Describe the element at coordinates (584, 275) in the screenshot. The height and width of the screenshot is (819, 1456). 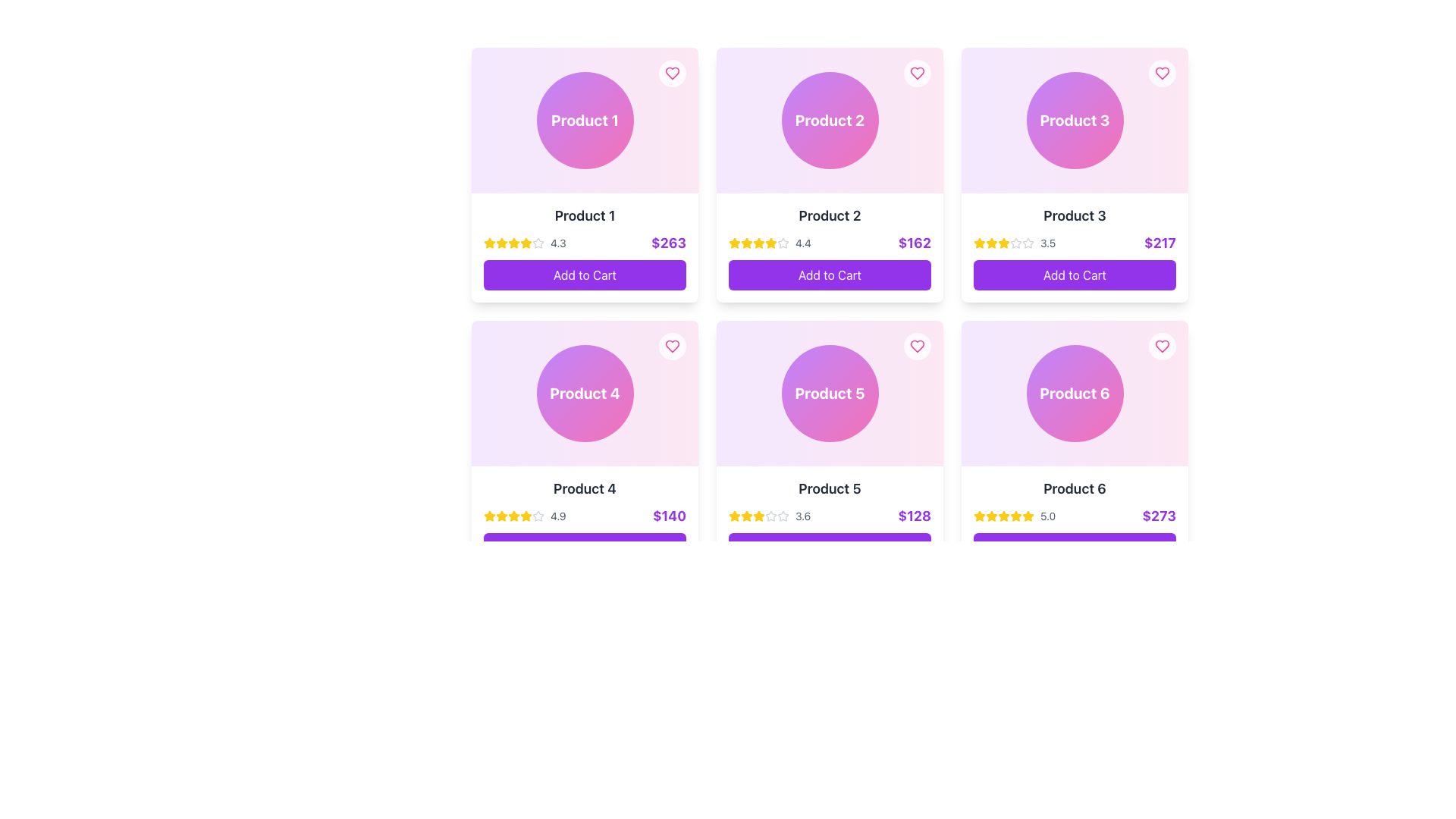
I see `the 'Add to Cart' button with a vibrant purple background and white text, located below the price of '$263' for 'Product 1'` at that location.